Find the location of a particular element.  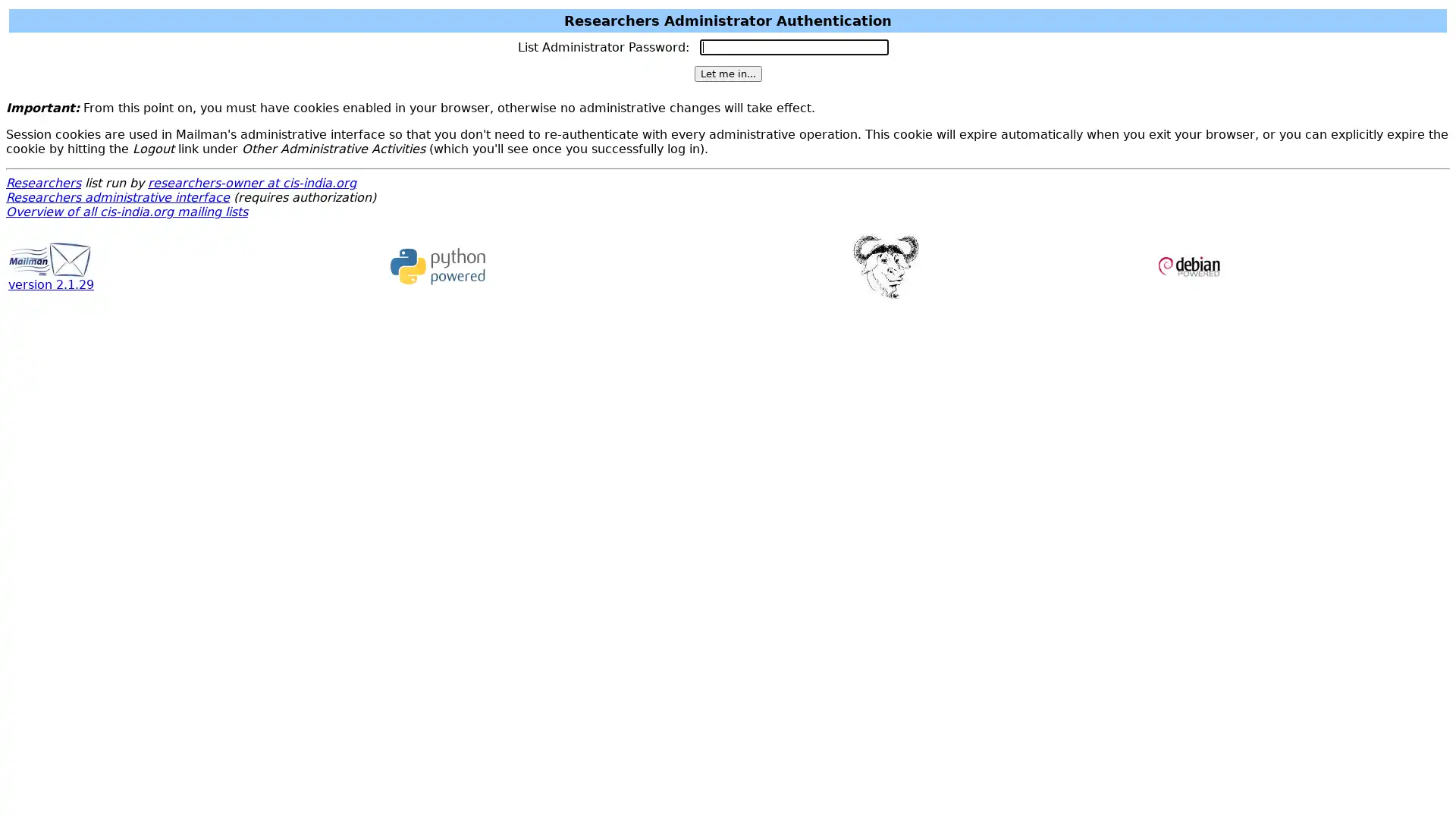

Let me in... is located at coordinates (726, 74).